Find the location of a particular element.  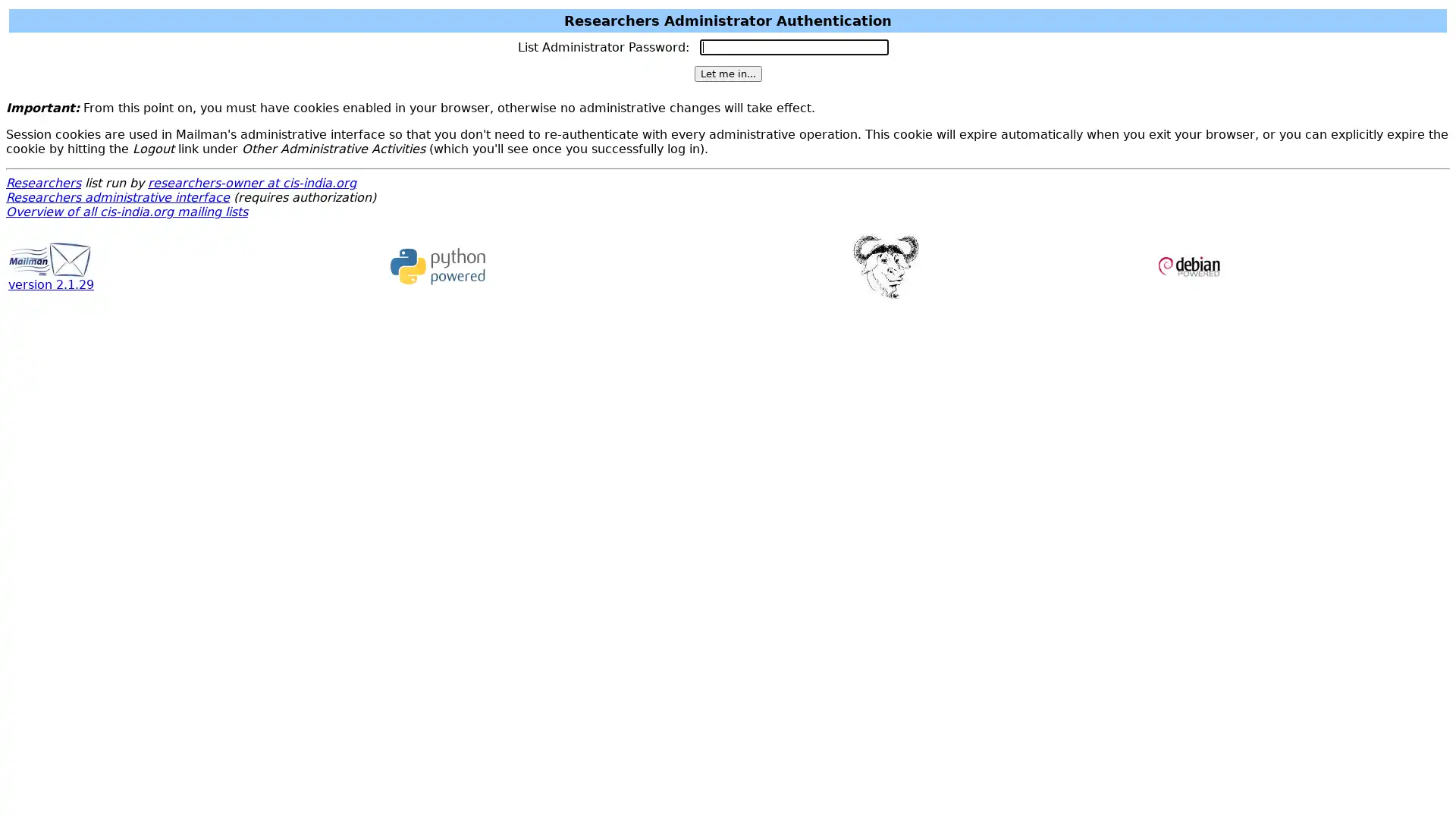

Let me in... is located at coordinates (726, 74).